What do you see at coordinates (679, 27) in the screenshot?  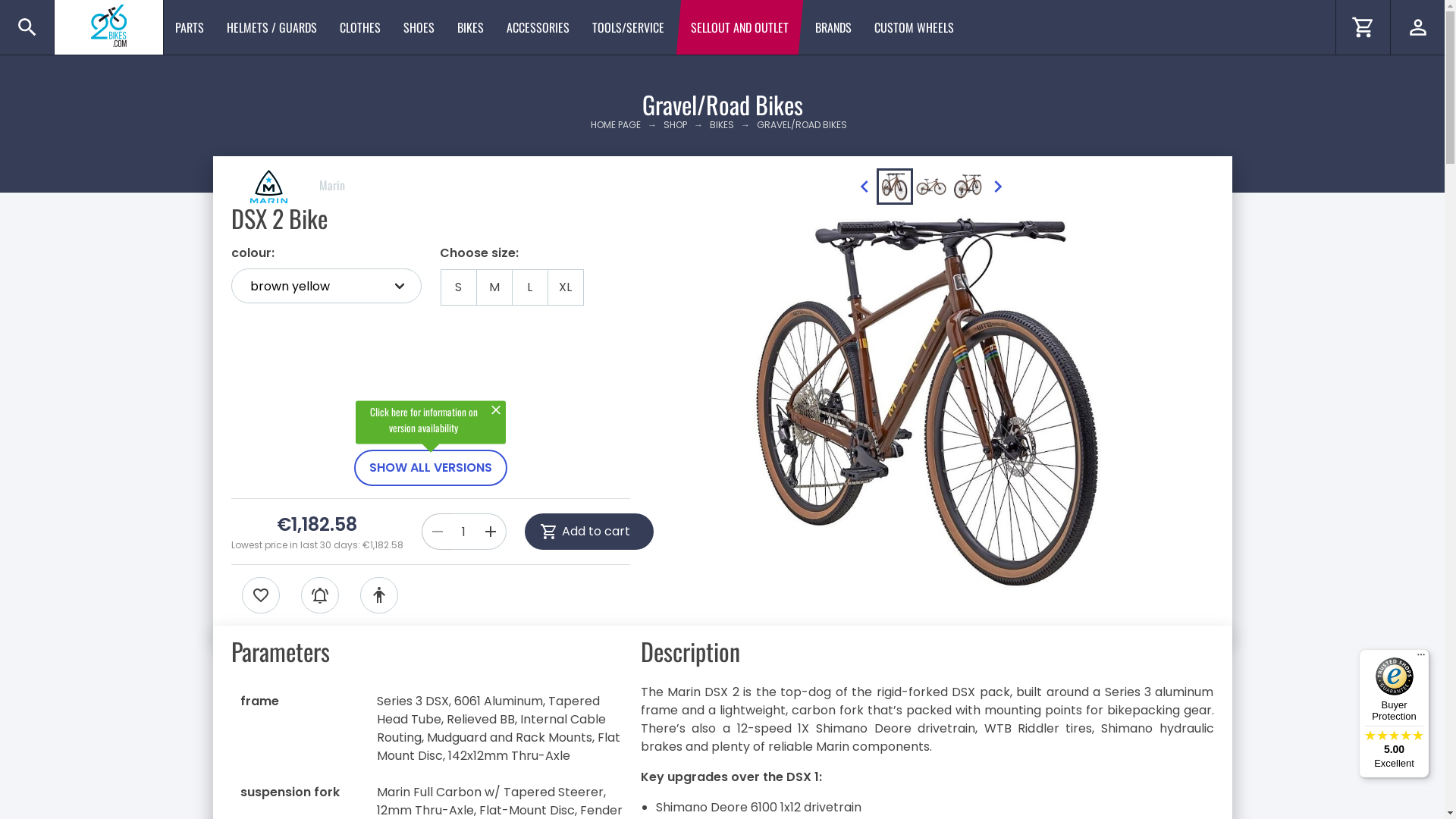 I see `'SELLOUT AND OUTLET'` at bounding box center [679, 27].